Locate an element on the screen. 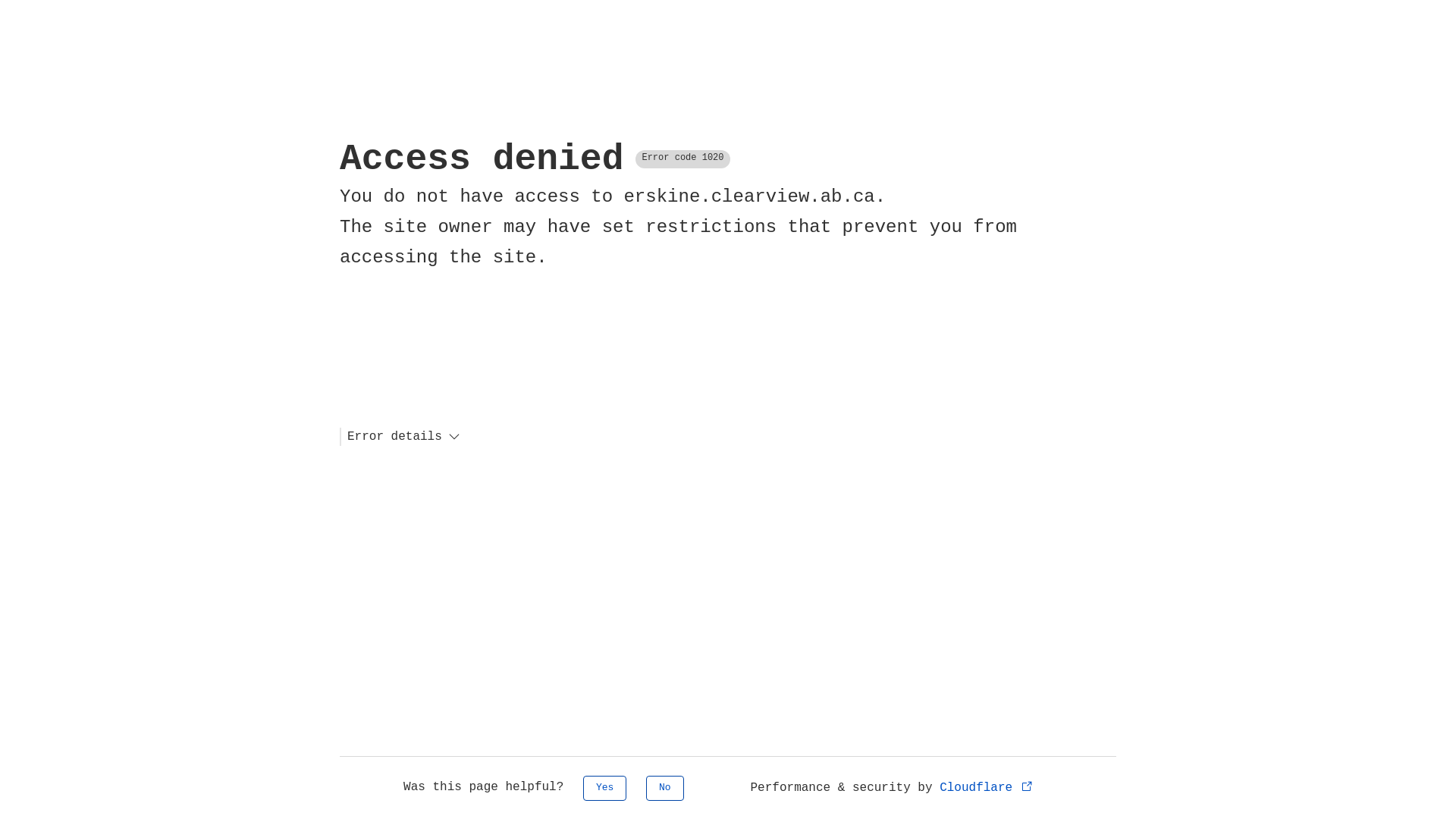 This screenshot has height=819, width=1456. 'Cloudflare' is located at coordinates (987, 786).